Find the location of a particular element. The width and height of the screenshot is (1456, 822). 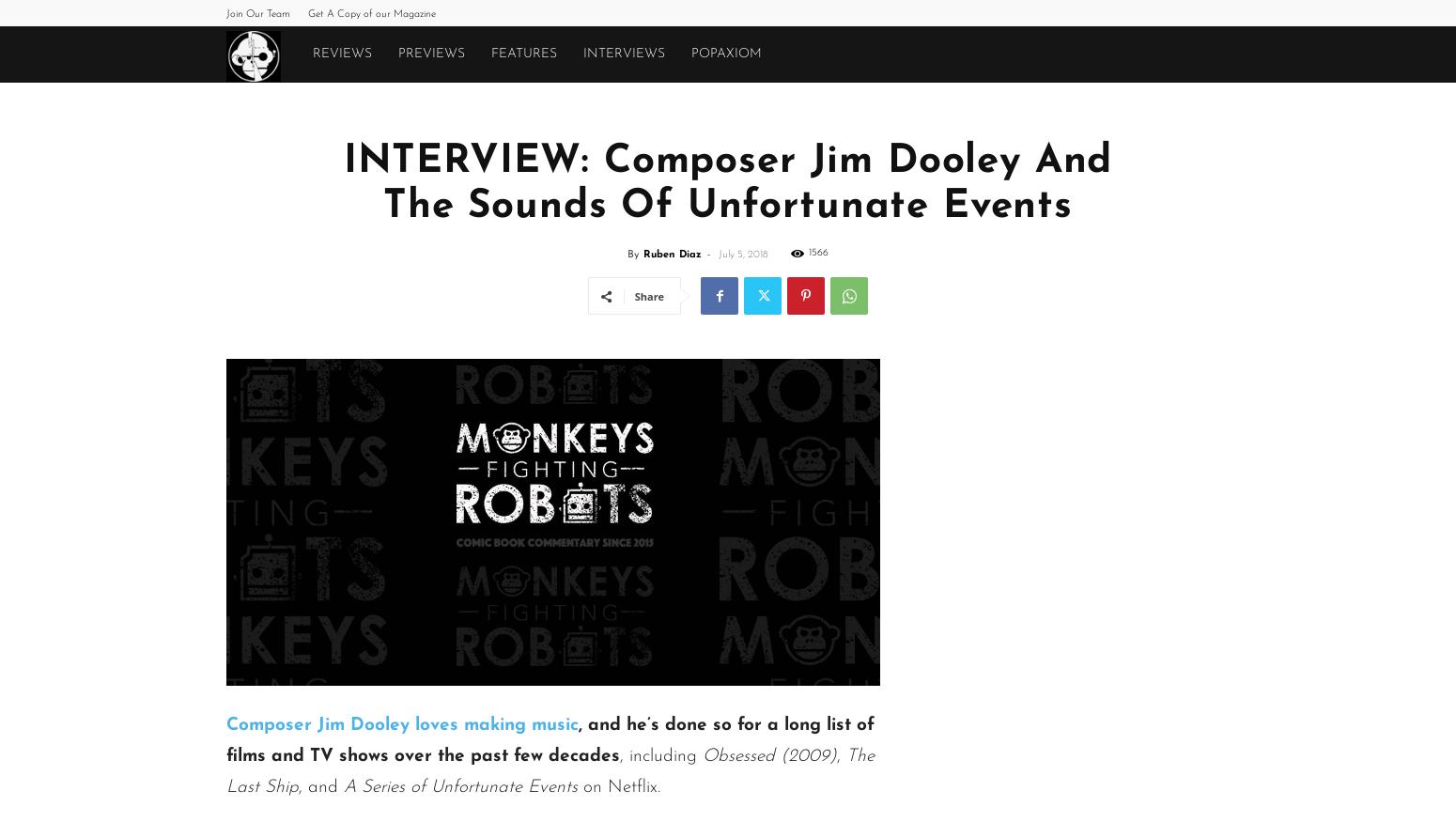

', including' is located at coordinates (661, 755).